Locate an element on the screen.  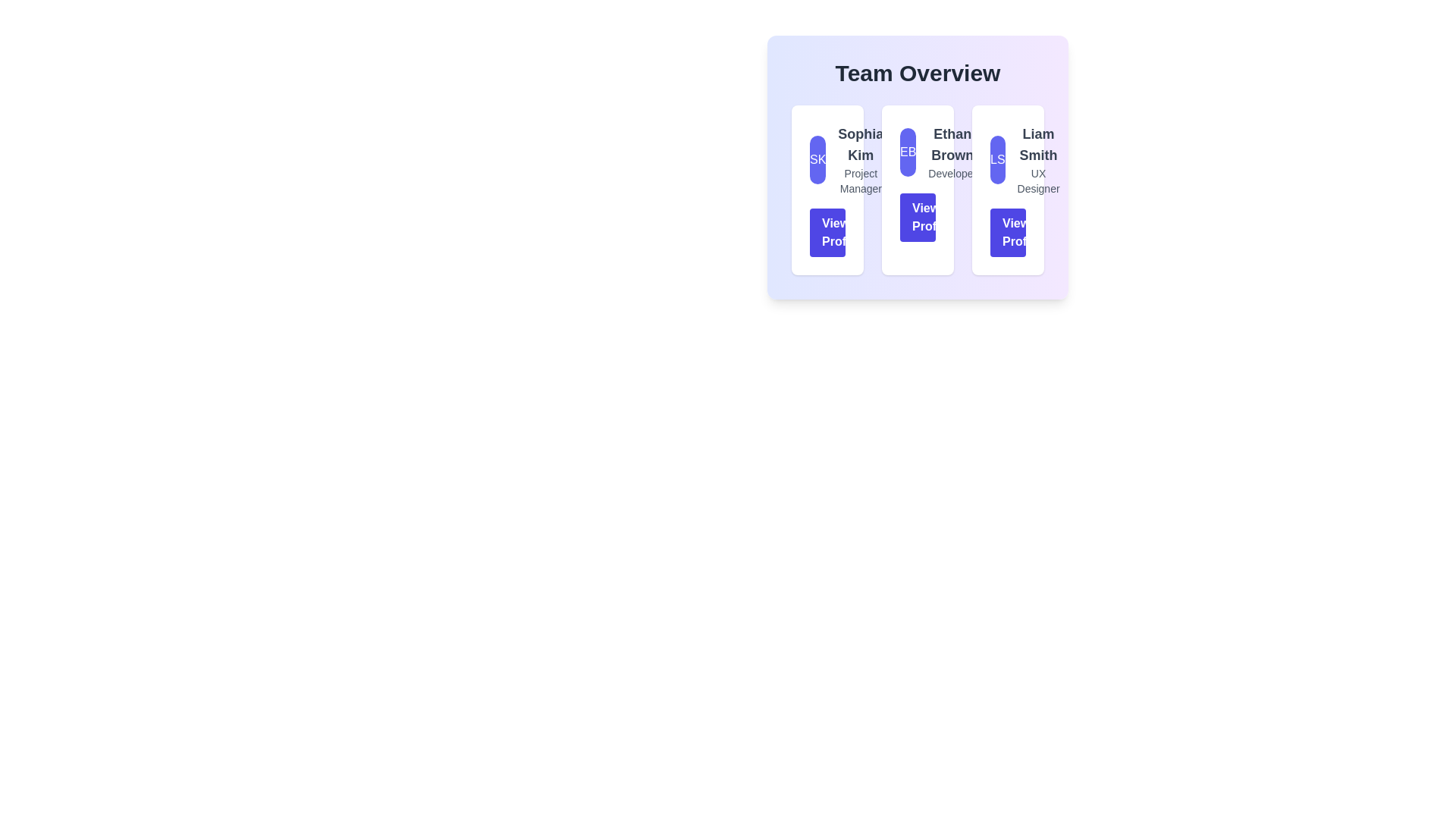
the text label indicating the role of the individual beneath the name 'Sophia Kim' in the profile card within the 'Team Overview' layout is located at coordinates (861, 180).